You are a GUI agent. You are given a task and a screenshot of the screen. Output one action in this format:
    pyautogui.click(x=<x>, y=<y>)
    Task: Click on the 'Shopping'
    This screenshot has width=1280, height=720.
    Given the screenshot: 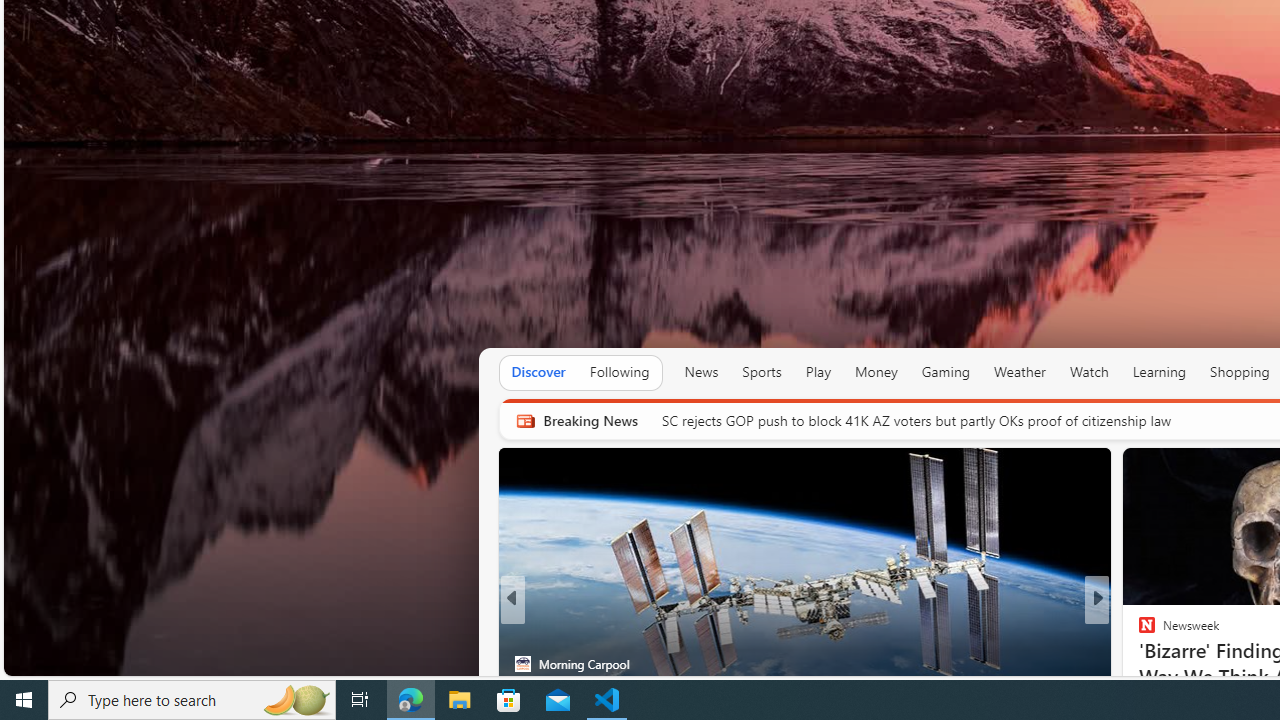 What is the action you would take?
    pyautogui.click(x=1239, y=371)
    